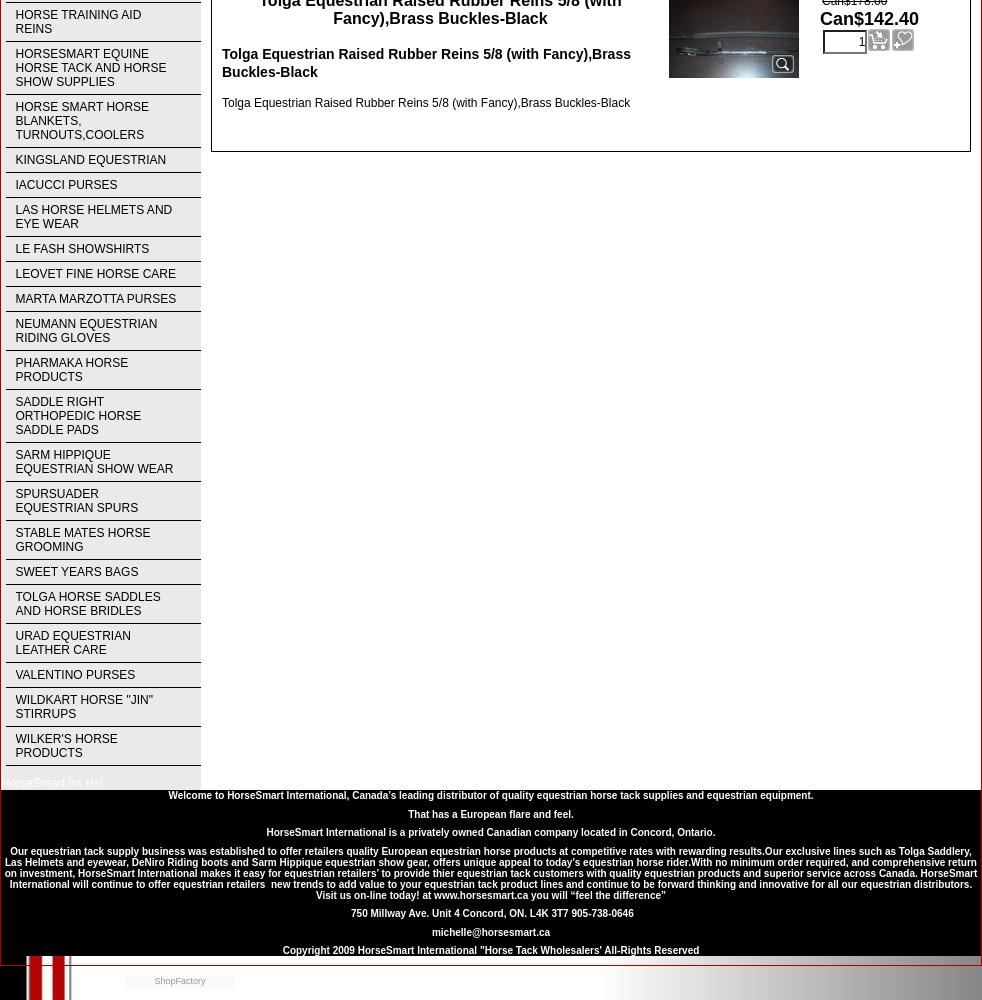 The height and width of the screenshot is (1000, 982). Describe the element at coordinates (14, 299) in the screenshot. I see `'MARTA MARZOTTA PURSES'` at that location.